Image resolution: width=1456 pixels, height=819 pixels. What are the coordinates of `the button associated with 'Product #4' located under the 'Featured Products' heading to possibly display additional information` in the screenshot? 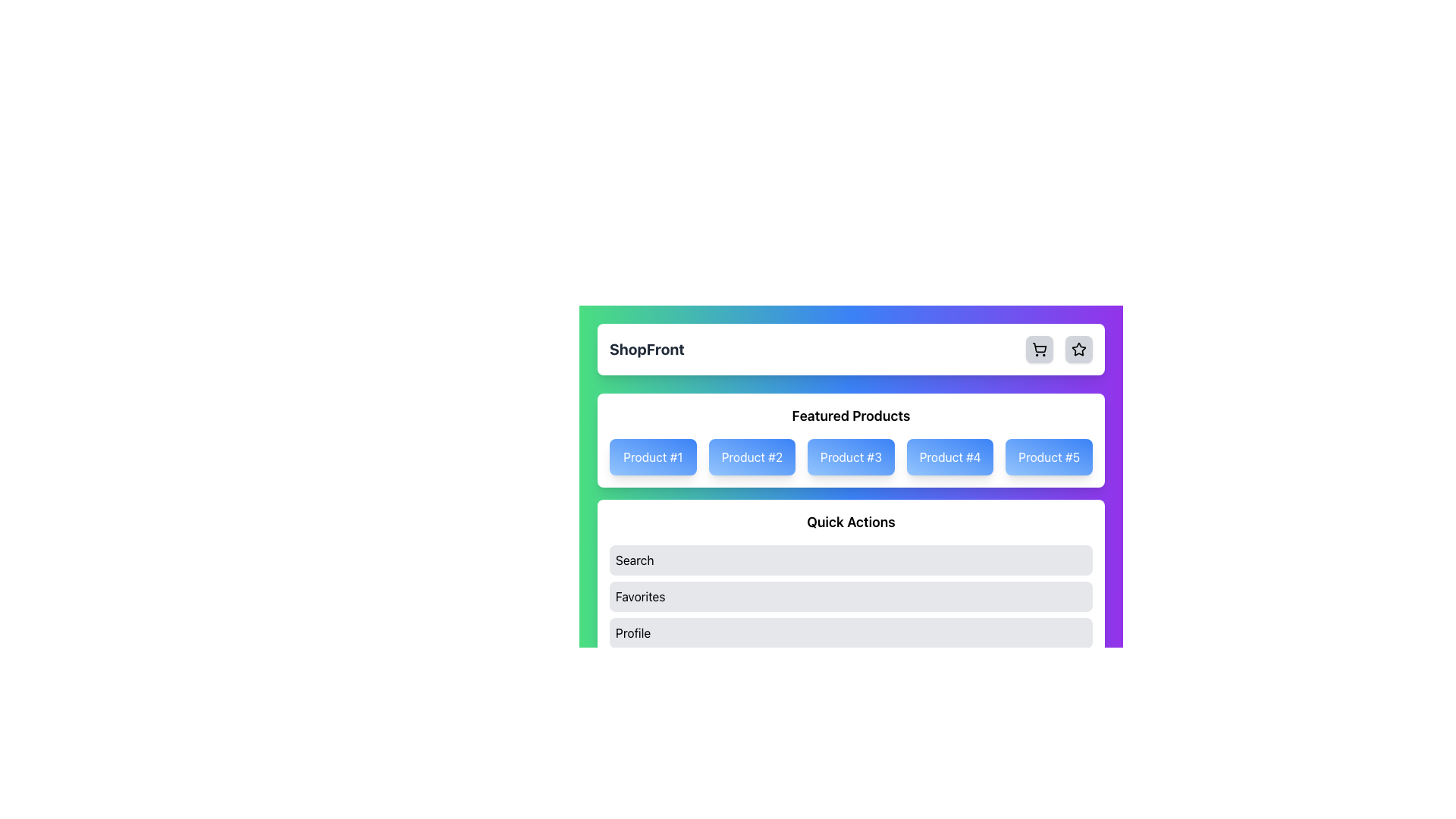 It's located at (949, 456).